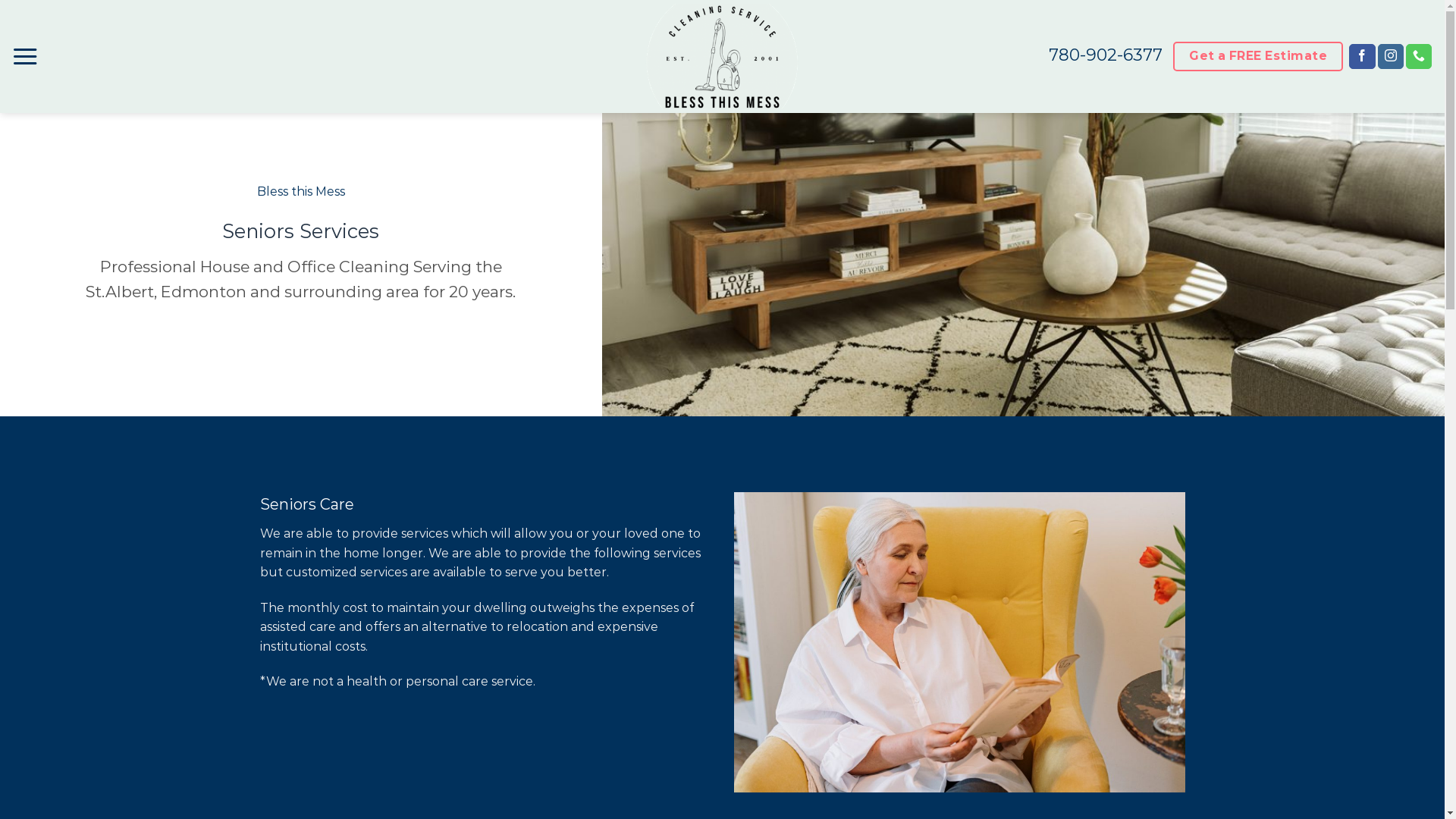 The image size is (1456, 819). Describe the element at coordinates (1349, 55) in the screenshot. I see `'Follow on Facebook'` at that location.